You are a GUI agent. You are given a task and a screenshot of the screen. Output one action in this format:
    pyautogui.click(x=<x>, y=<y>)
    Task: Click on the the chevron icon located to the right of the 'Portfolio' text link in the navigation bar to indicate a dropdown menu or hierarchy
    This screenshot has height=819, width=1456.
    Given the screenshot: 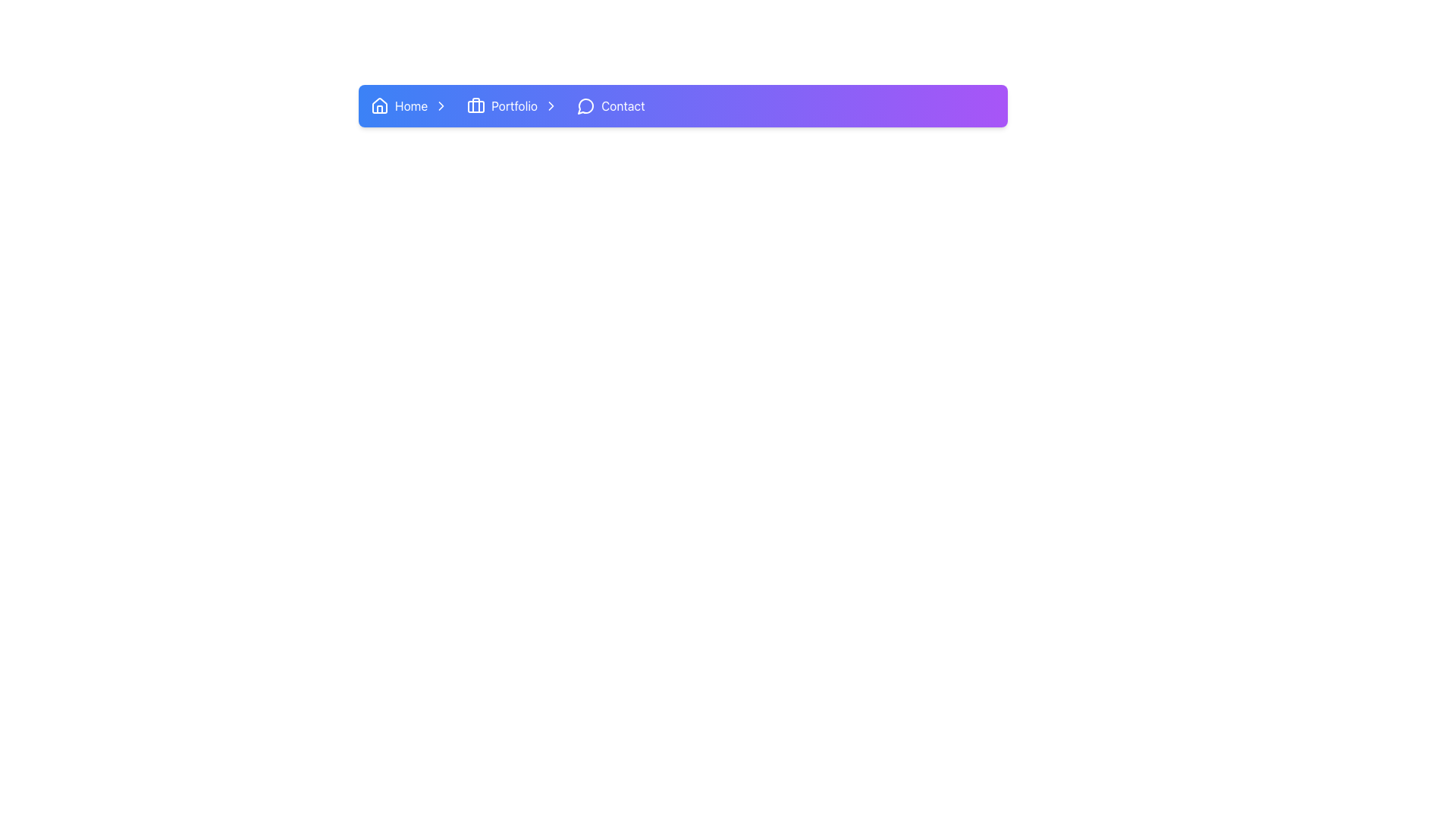 What is the action you would take?
    pyautogui.click(x=551, y=105)
    